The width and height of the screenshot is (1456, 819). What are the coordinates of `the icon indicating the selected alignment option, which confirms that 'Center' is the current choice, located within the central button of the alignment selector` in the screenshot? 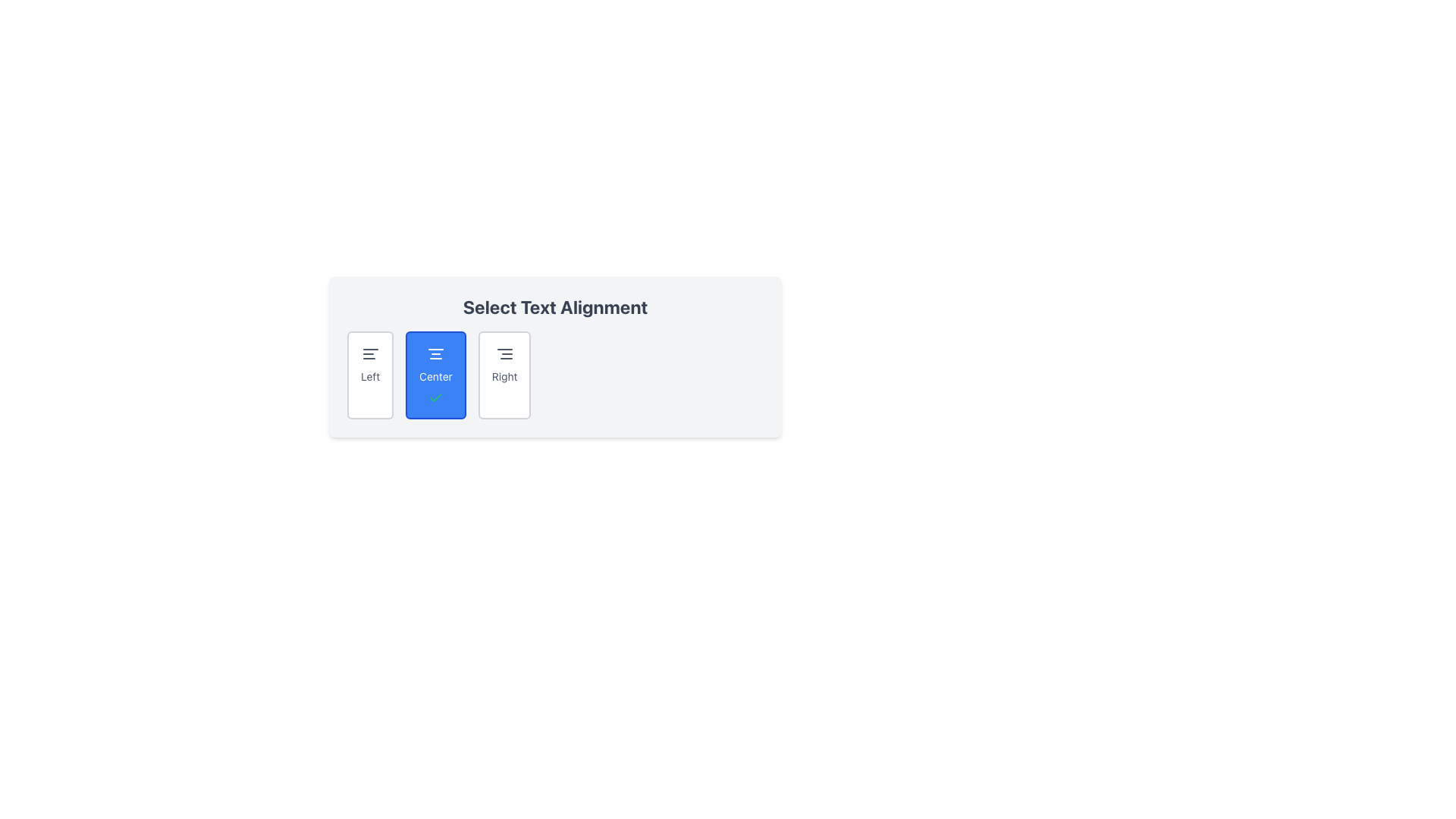 It's located at (435, 397).